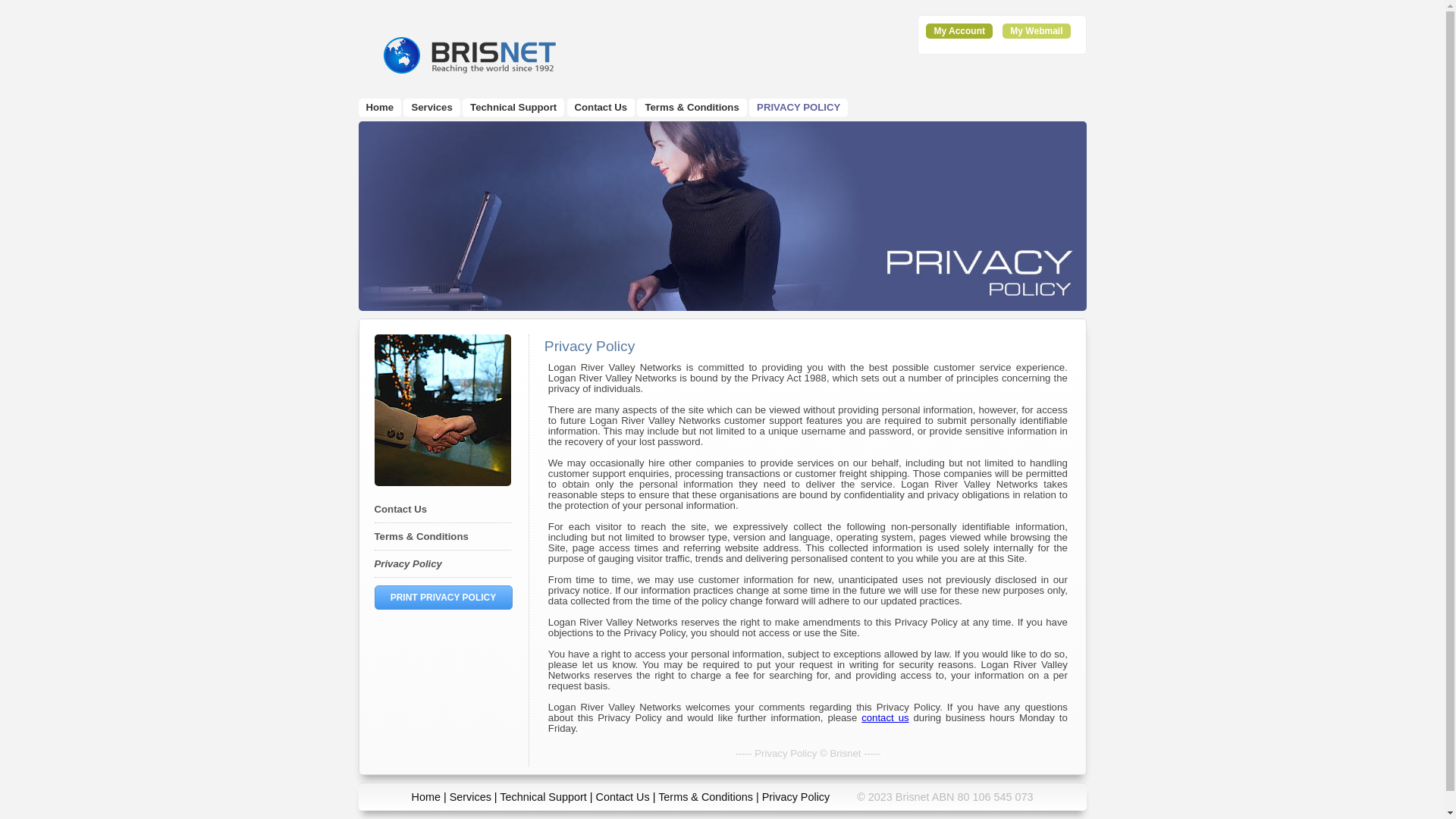 The height and width of the screenshot is (819, 1456). What do you see at coordinates (411, 106) in the screenshot?
I see `'Services'` at bounding box center [411, 106].